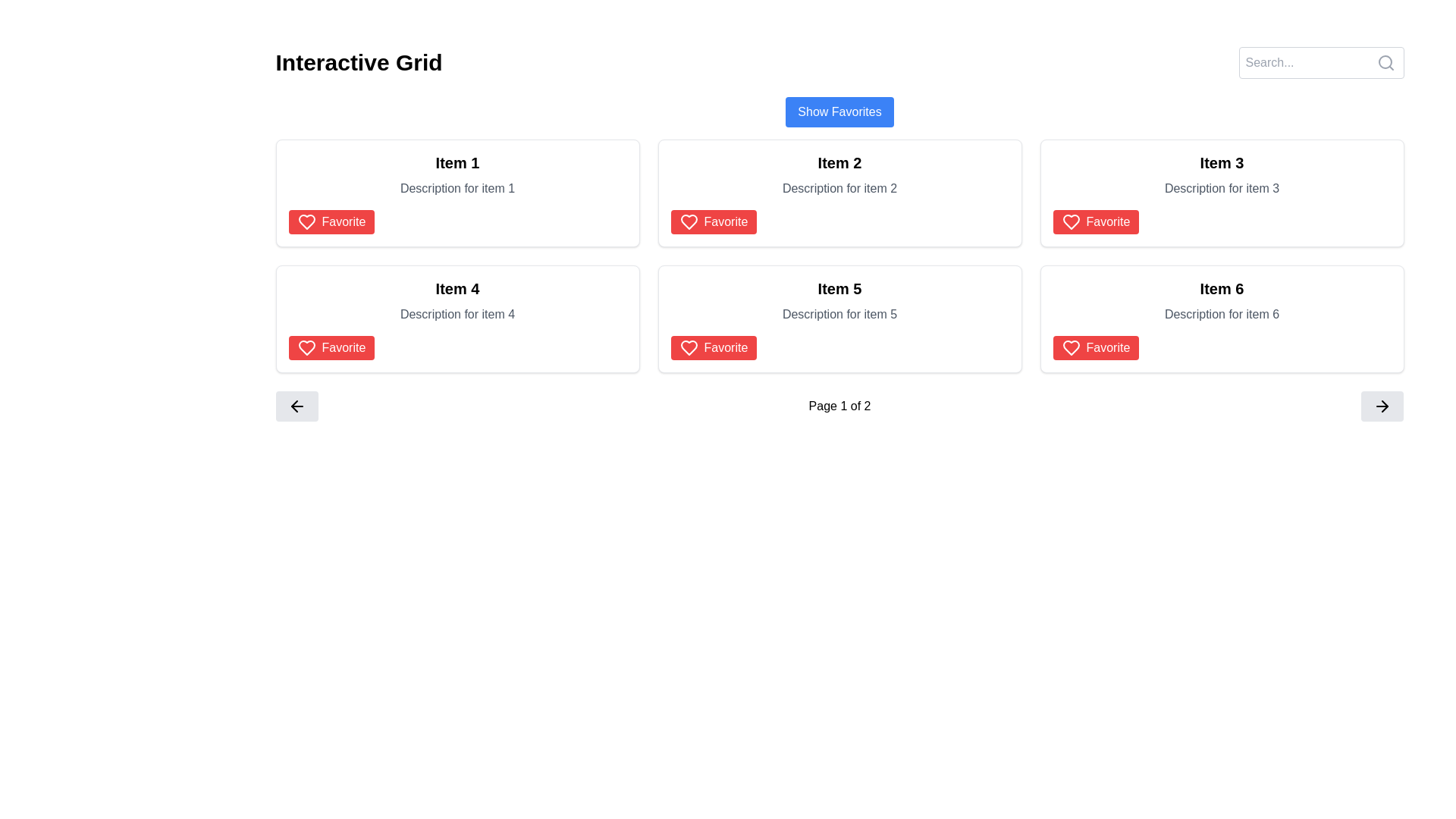 The width and height of the screenshot is (1456, 819). What do you see at coordinates (457, 163) in the screenshot?
I see `the text label that identifies the card as 'Item 1', positioned at the top of the first card in the grid layout` at bounding box center [457, 163].